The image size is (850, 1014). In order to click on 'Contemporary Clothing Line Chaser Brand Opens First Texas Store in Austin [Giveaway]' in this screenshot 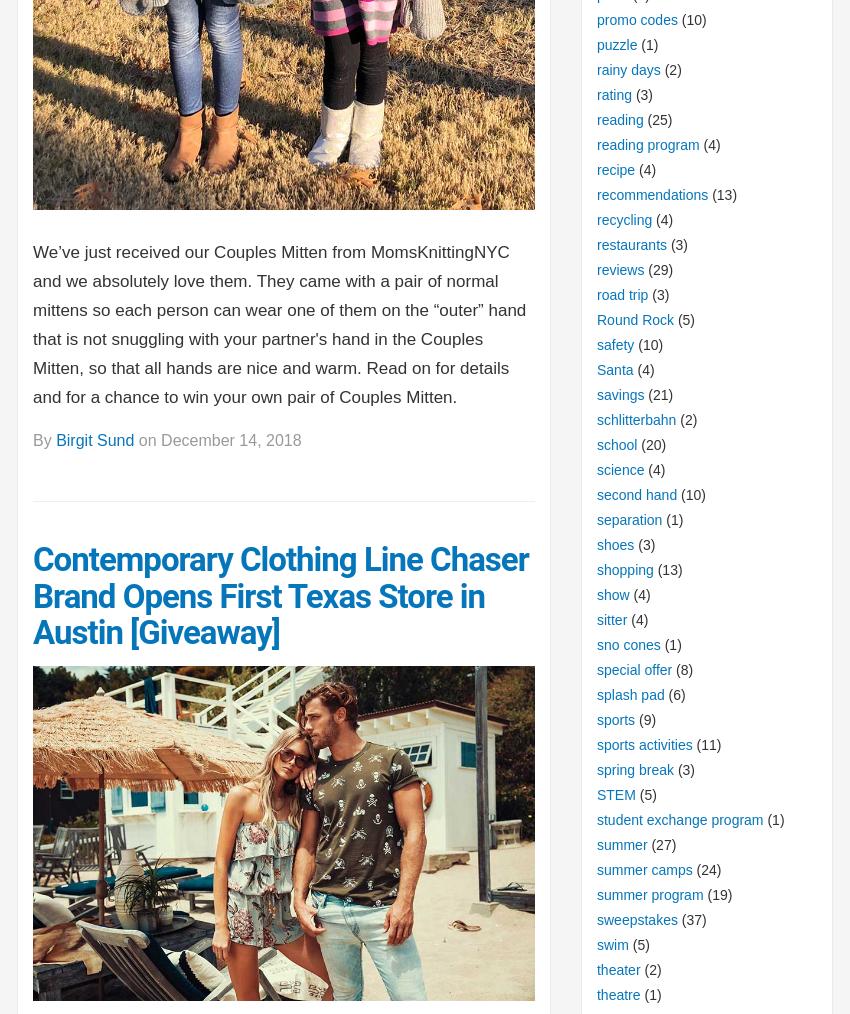, I will do `click(279, 595)`.